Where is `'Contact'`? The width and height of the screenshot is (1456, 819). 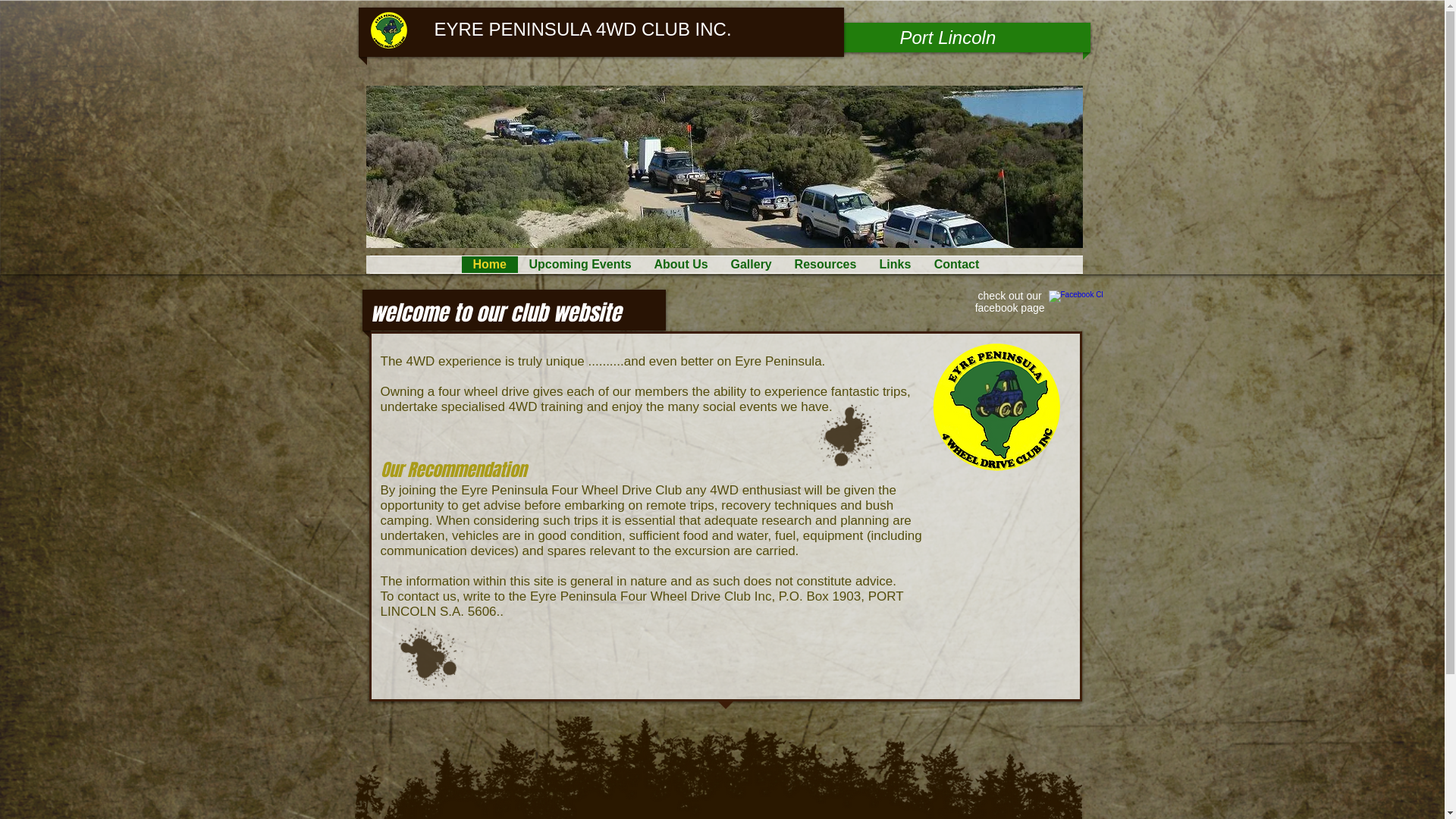
'Contact' is located at coordinates (955, 263).